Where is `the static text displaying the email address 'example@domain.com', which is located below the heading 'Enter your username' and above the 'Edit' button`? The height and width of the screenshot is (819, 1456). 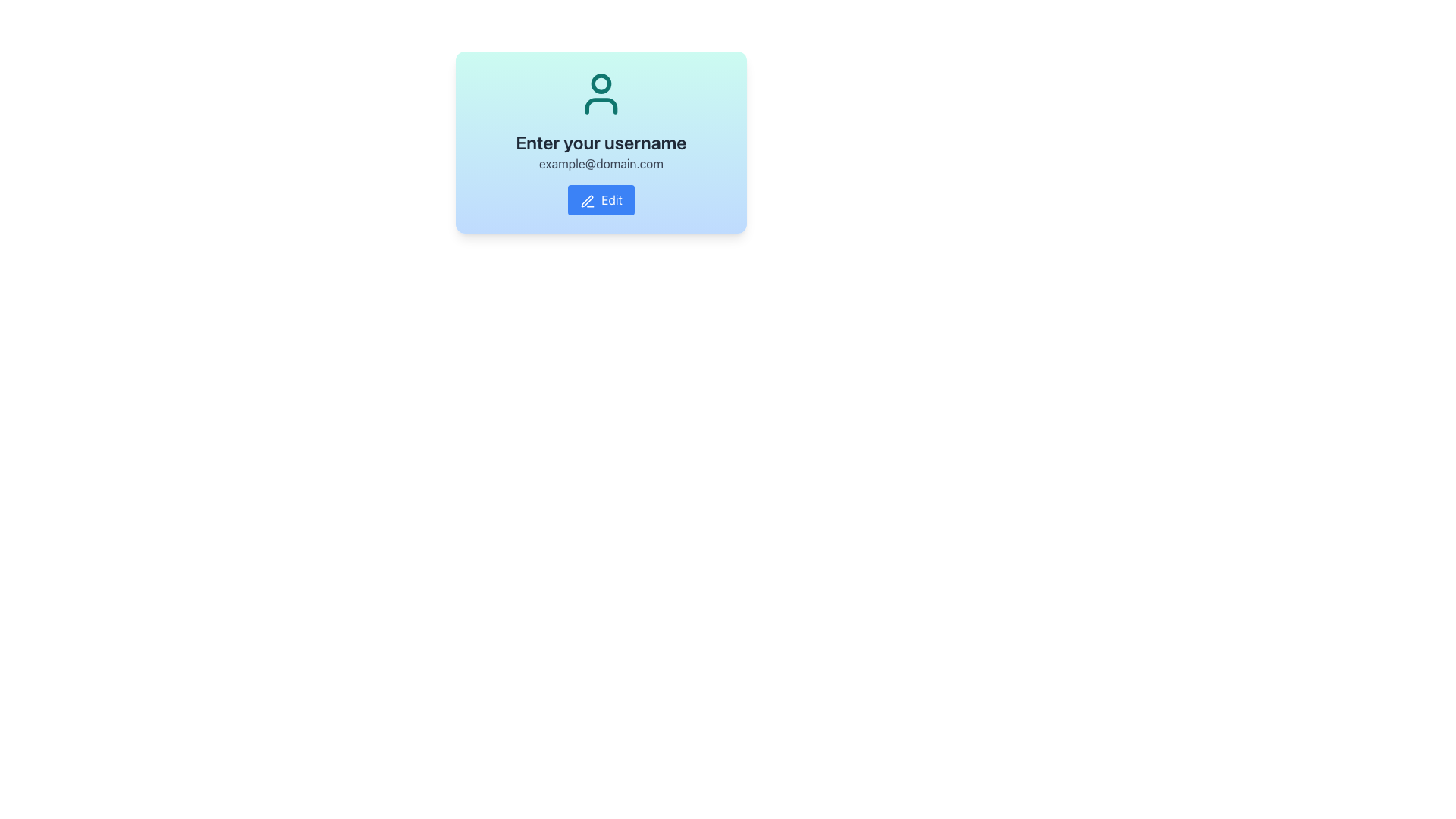
the static text displaying the email address 'example@domain.com', which is located below the heading 'Enter your username' and above the 'Edit' button is located at coordinates (600, 164).